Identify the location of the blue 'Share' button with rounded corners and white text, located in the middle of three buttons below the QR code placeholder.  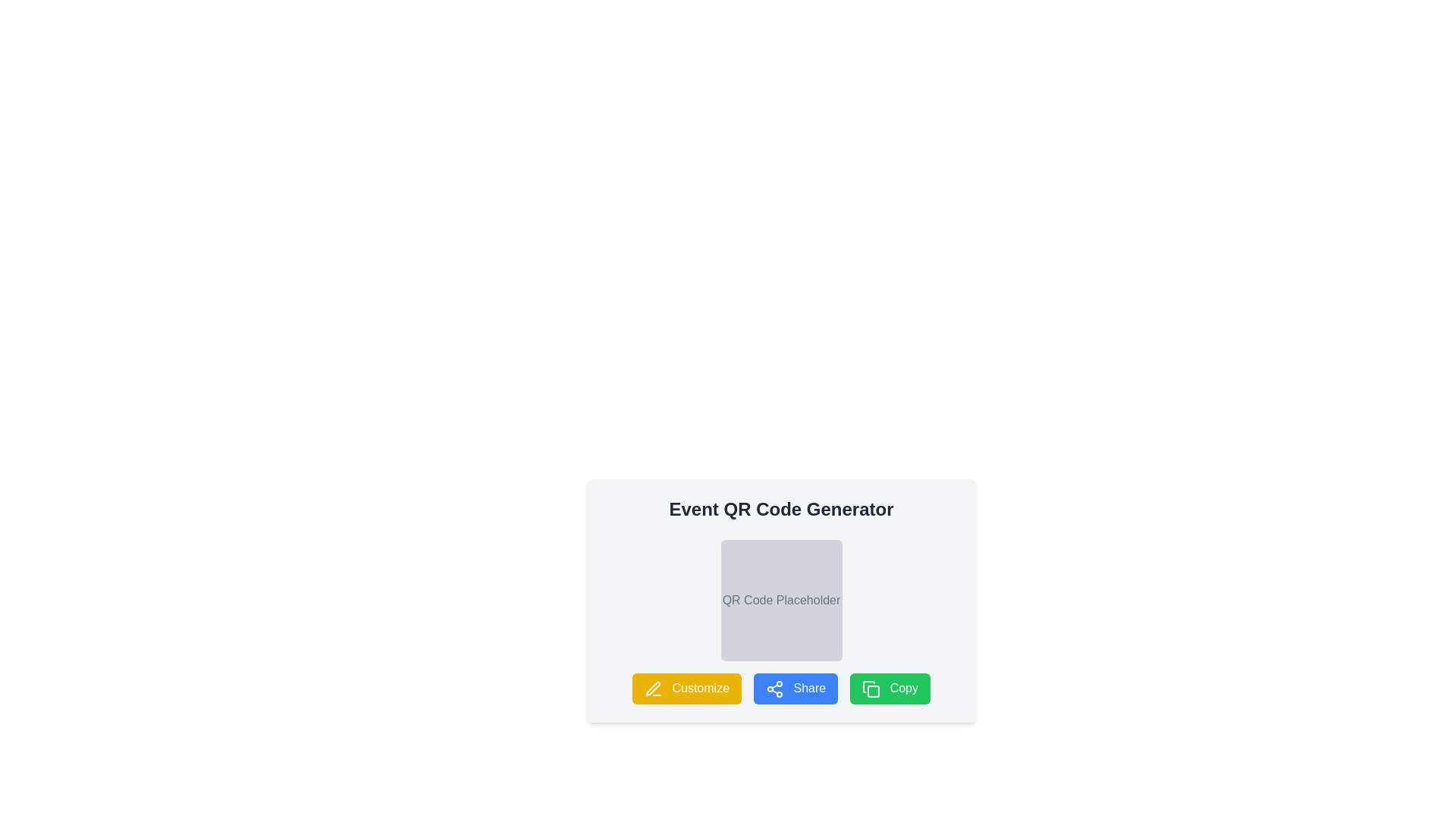
(795, 689).